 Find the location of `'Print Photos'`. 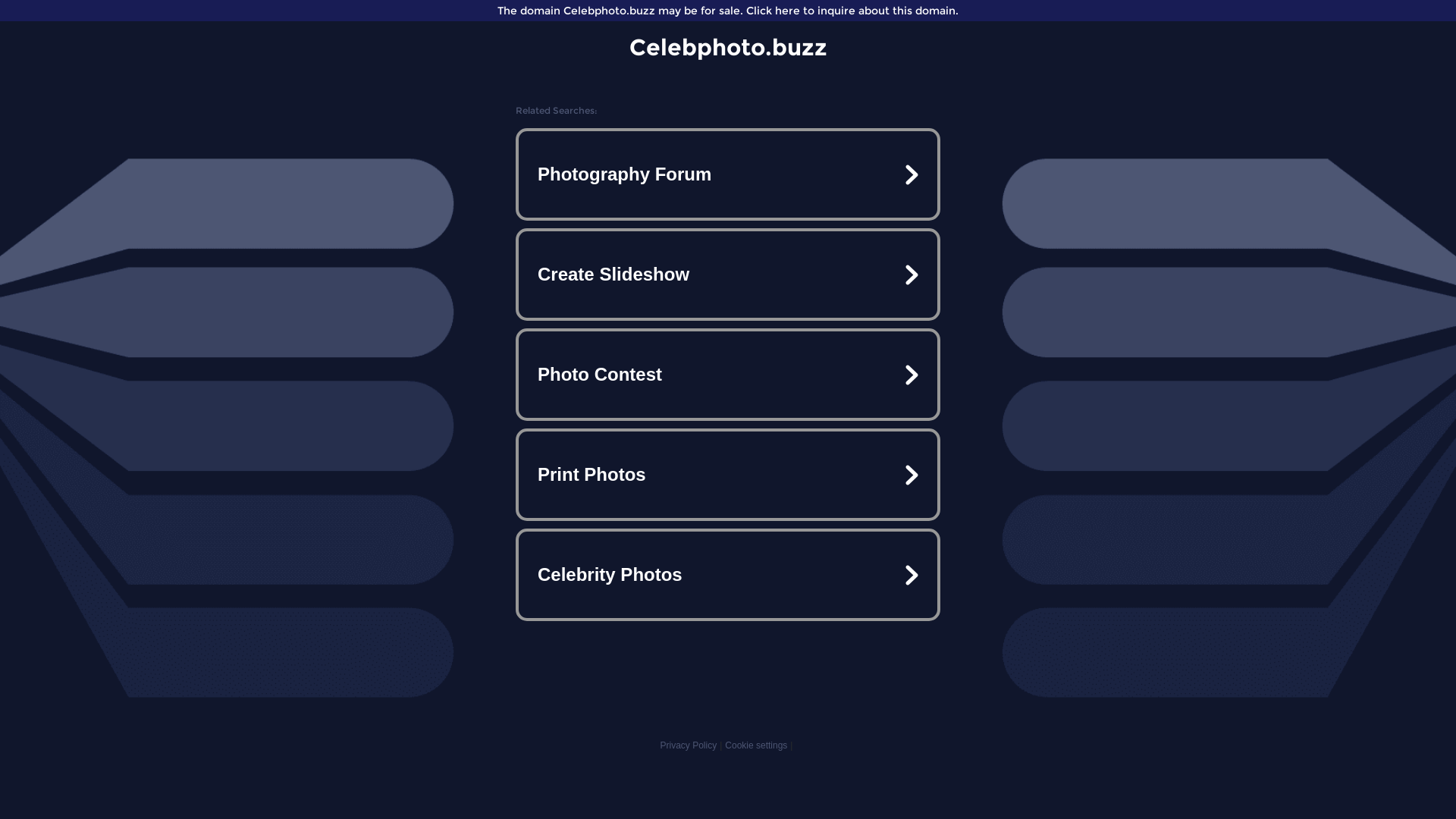

'Print Photos' is located at coordinates (728, 473).